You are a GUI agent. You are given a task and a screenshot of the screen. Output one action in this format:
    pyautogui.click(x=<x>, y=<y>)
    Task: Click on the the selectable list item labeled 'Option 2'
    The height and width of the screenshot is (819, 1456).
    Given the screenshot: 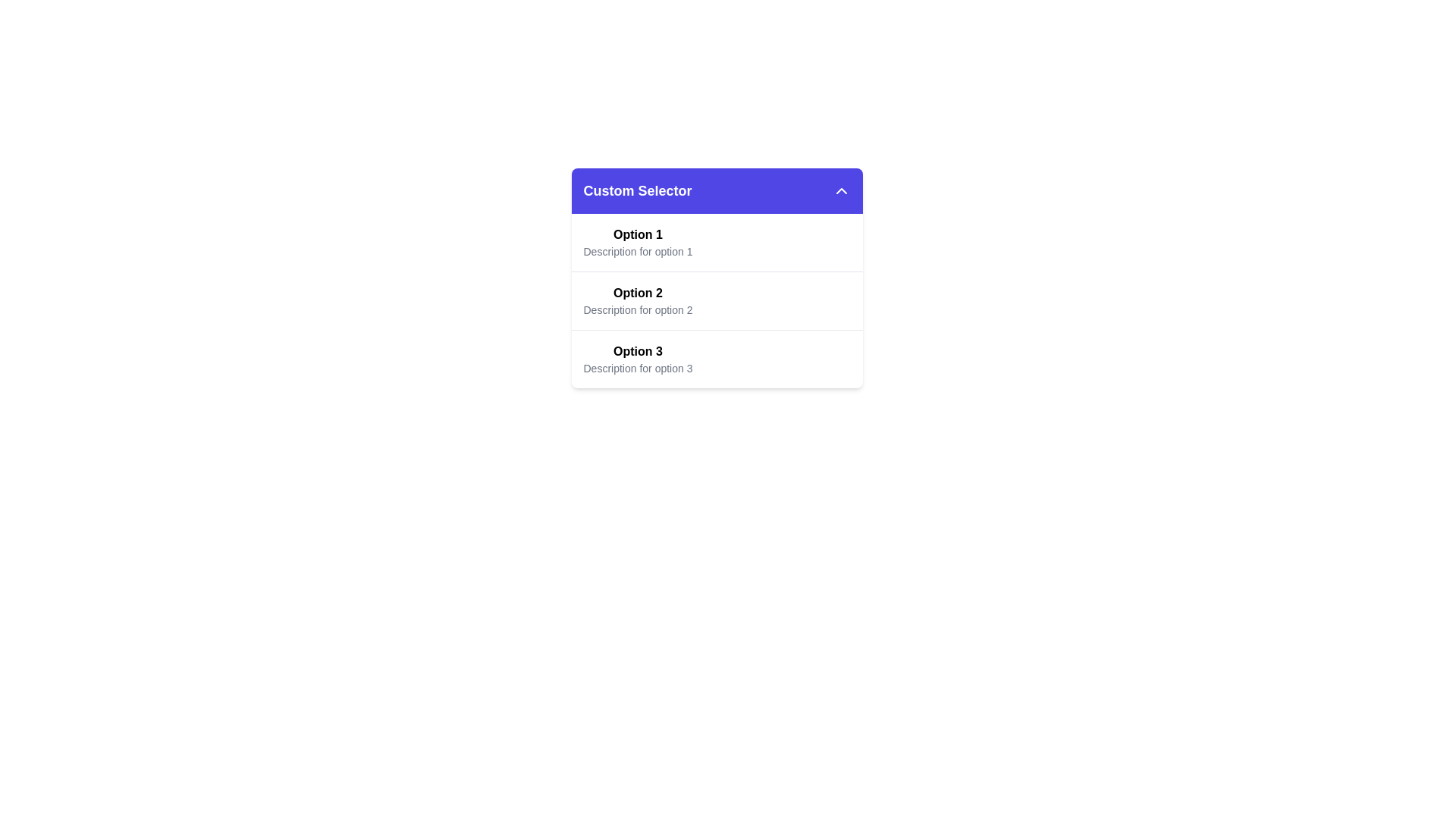 What is the action you would take?
    pyautogui.click(x=716, y=300)
    